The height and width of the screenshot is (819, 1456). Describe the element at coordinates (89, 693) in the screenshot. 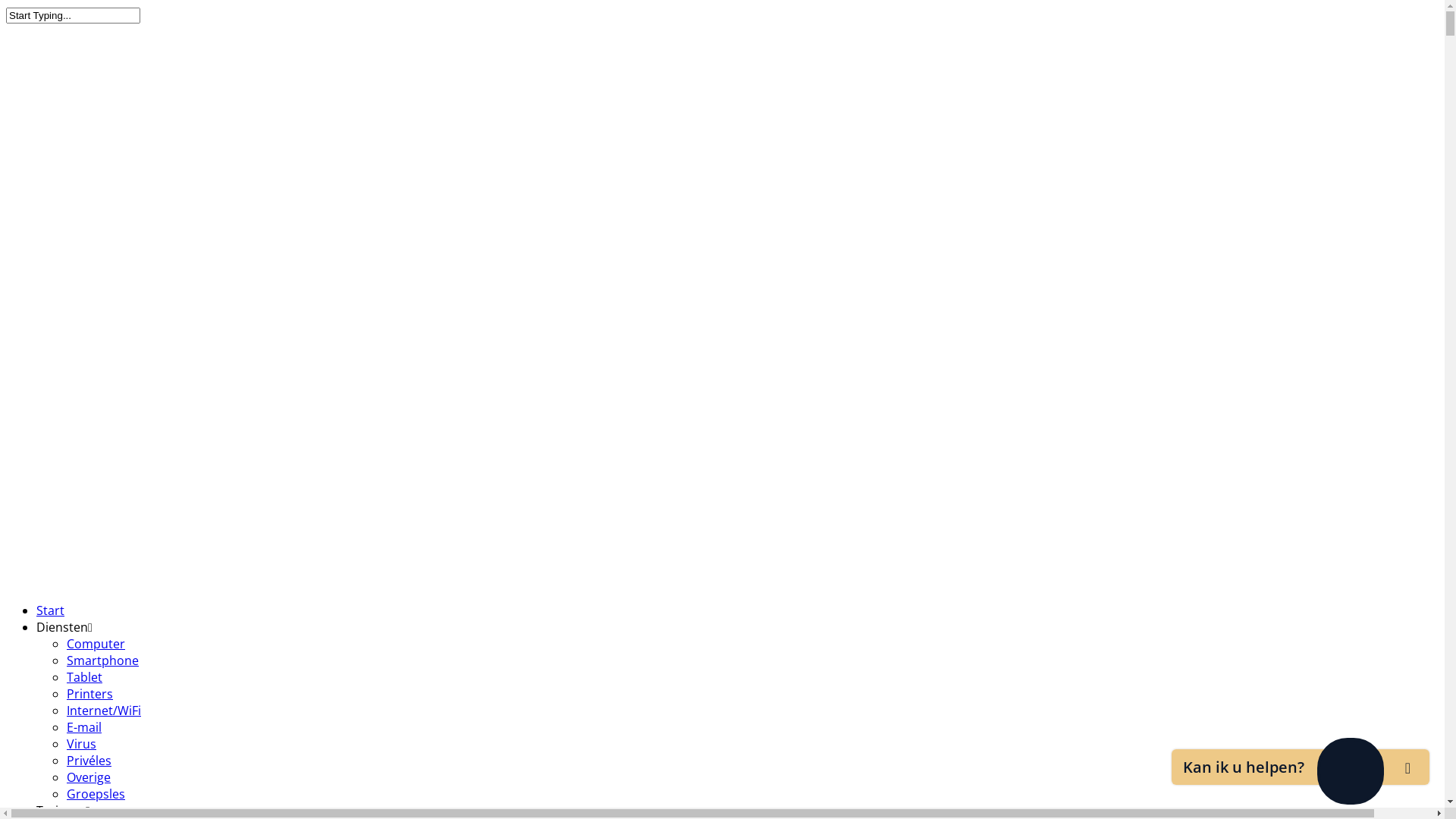

I see `'Printers'` at that location.